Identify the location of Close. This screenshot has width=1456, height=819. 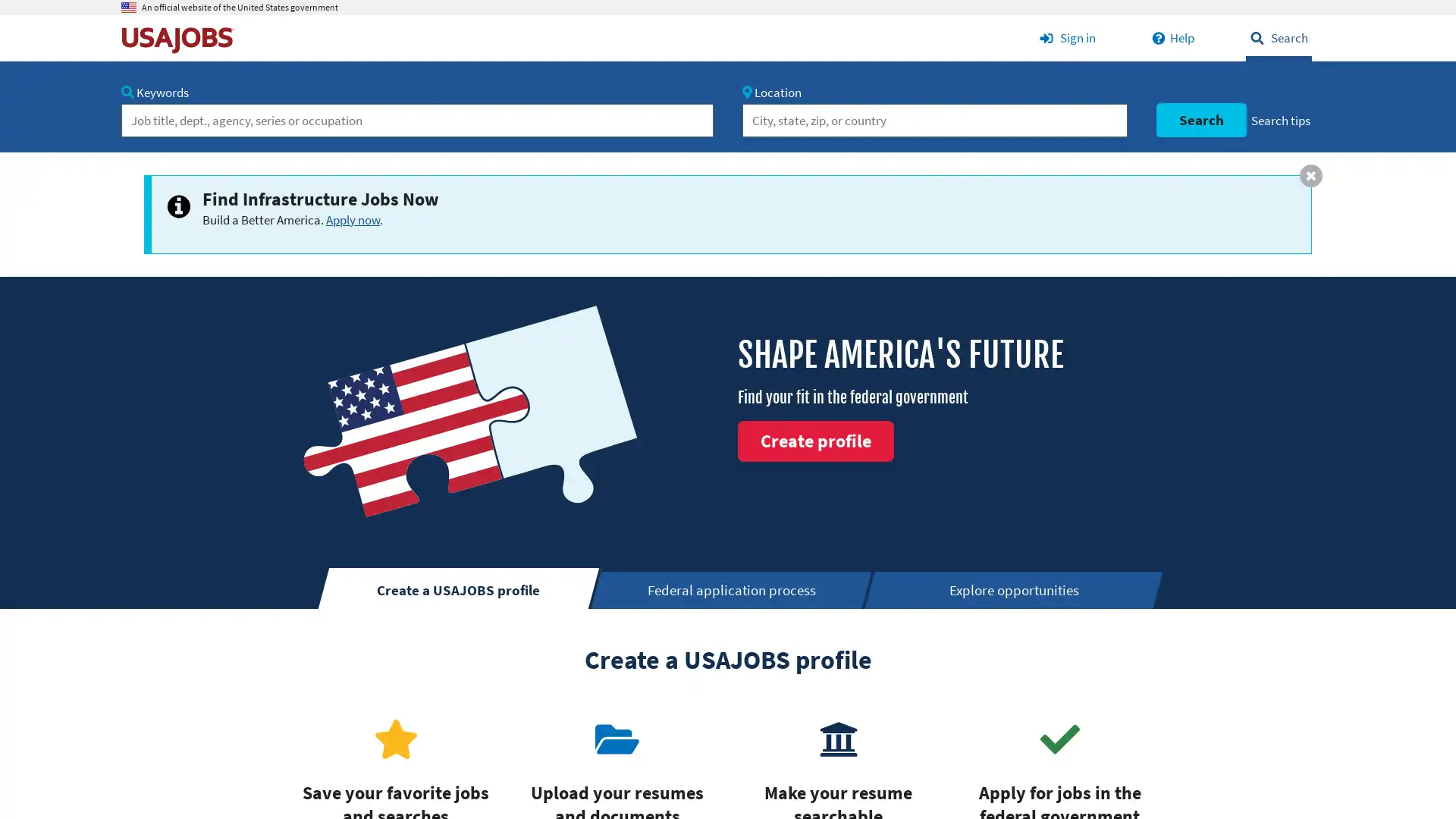
(1310, 174).